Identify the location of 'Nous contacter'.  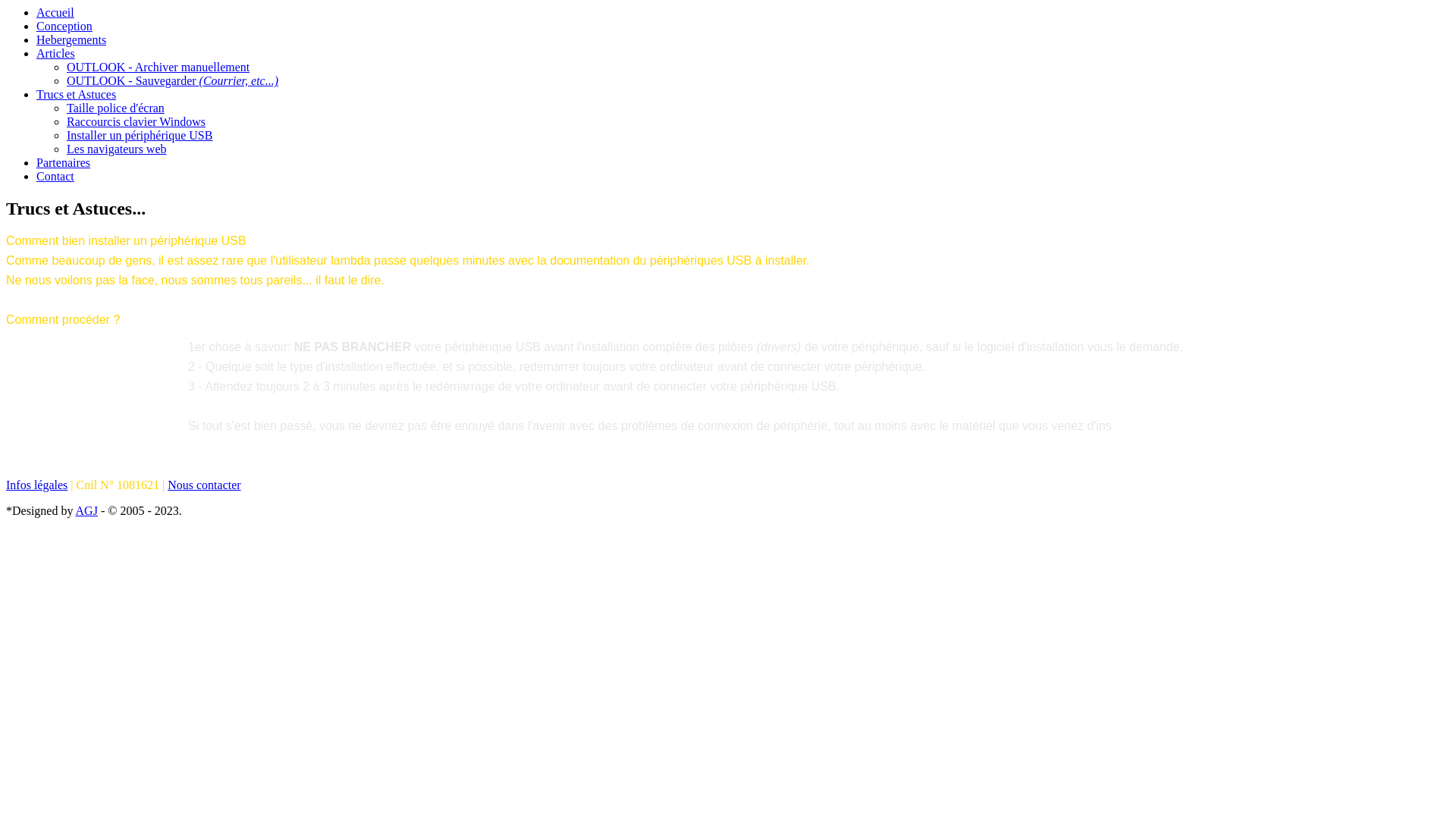
(202, 485).